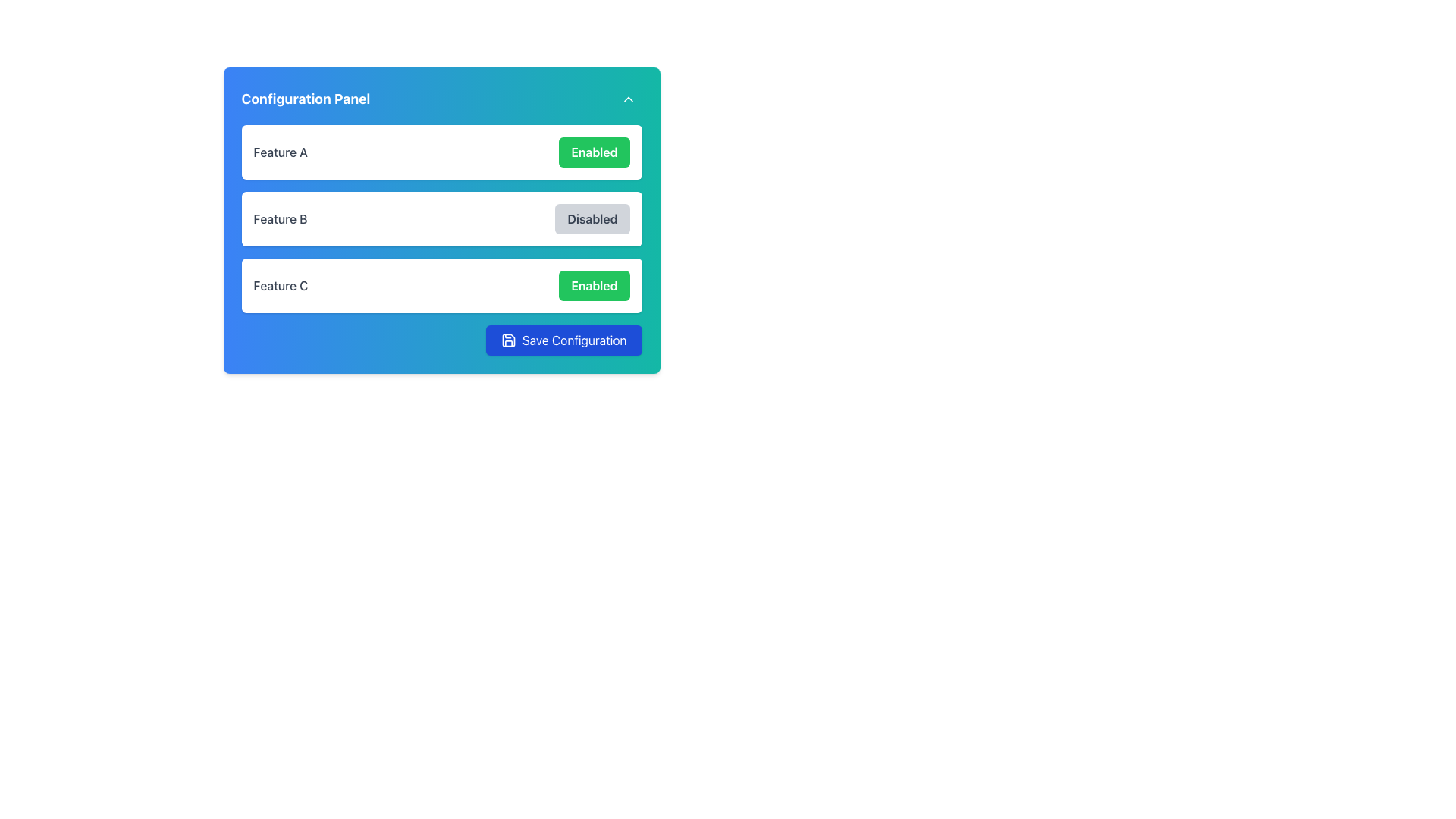 This screenshot has width=1456, height=819. What do you see at coordinates (441, 219) in the screenshot?
I see `status of 'Feature B' displayed in the Information Panel, which is currently 'Disabled'` at bounding box center [441, 219].